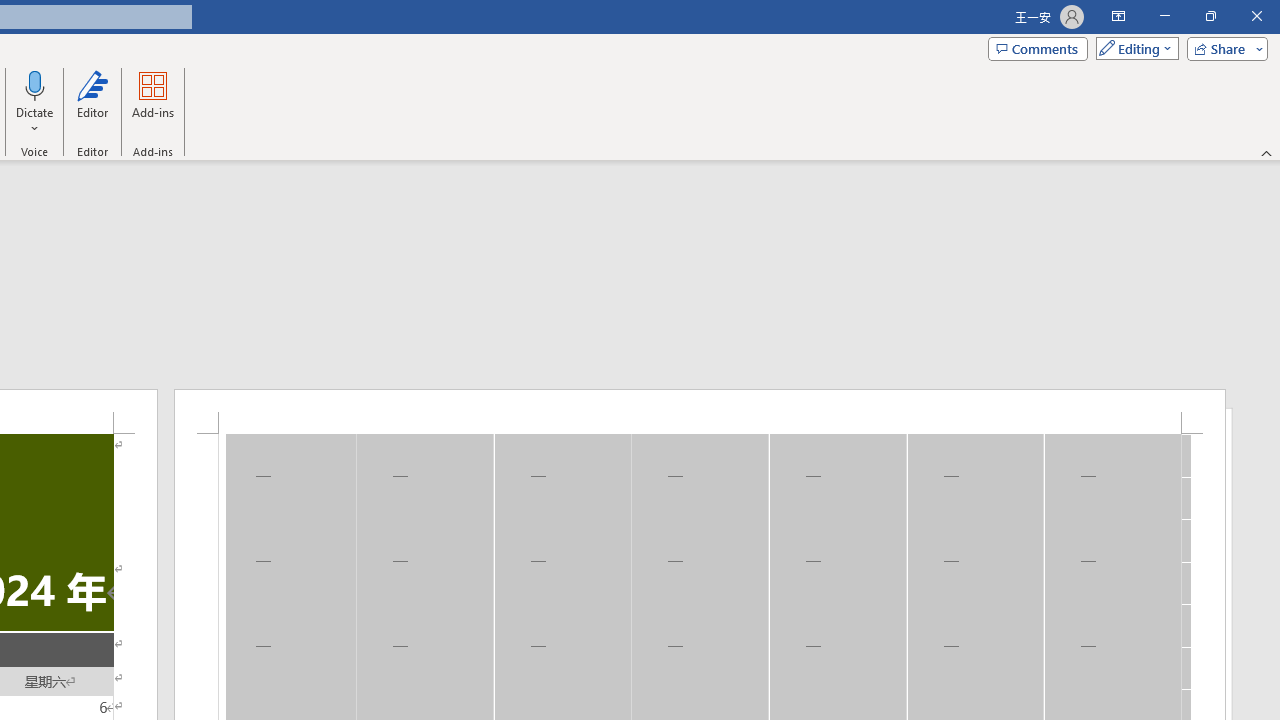 The width and height of the screenshot is (1280, 720). What do you see at coordinates (35, 84) in the screenshot?
I see `'Dictate'` at bounding box center [35, 84].